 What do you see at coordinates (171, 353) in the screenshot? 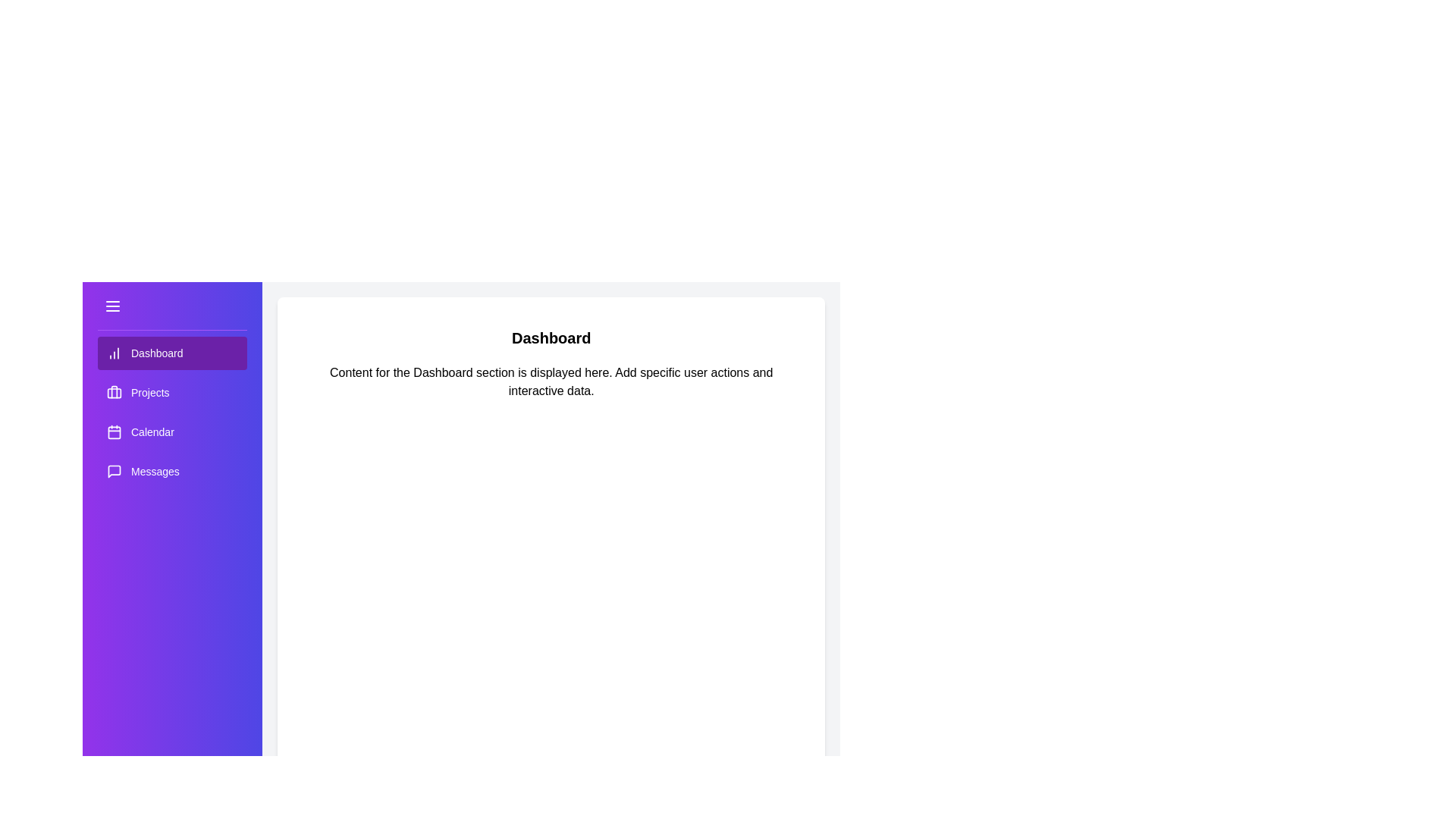
I see `the menu item Dashboard to highlight it` at bounding box center [171, 353].